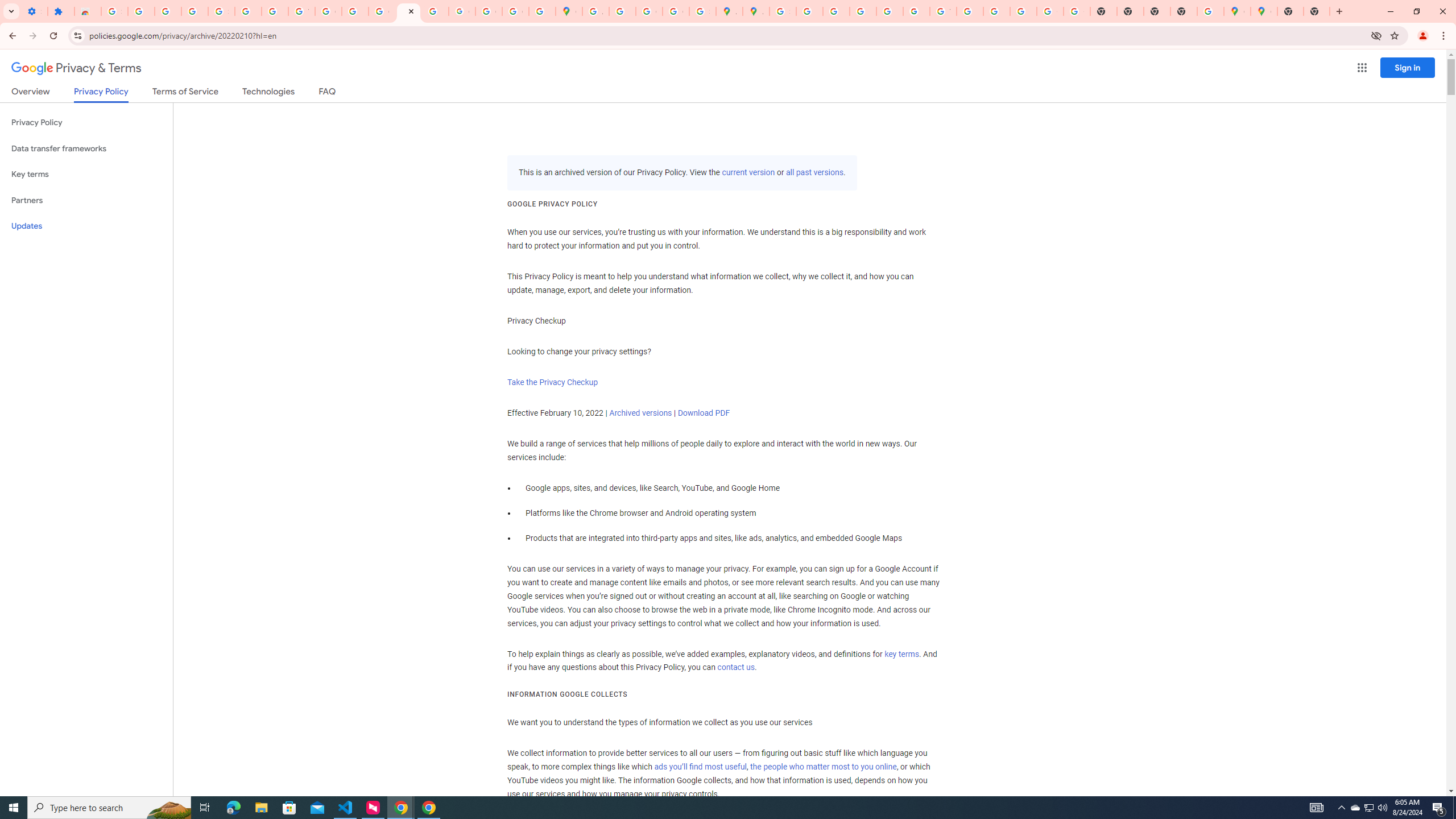 The image size is (1456, 819). Describe the element at coordinates (735, 667) in the screenshot. I see `'contact us'` at that location.